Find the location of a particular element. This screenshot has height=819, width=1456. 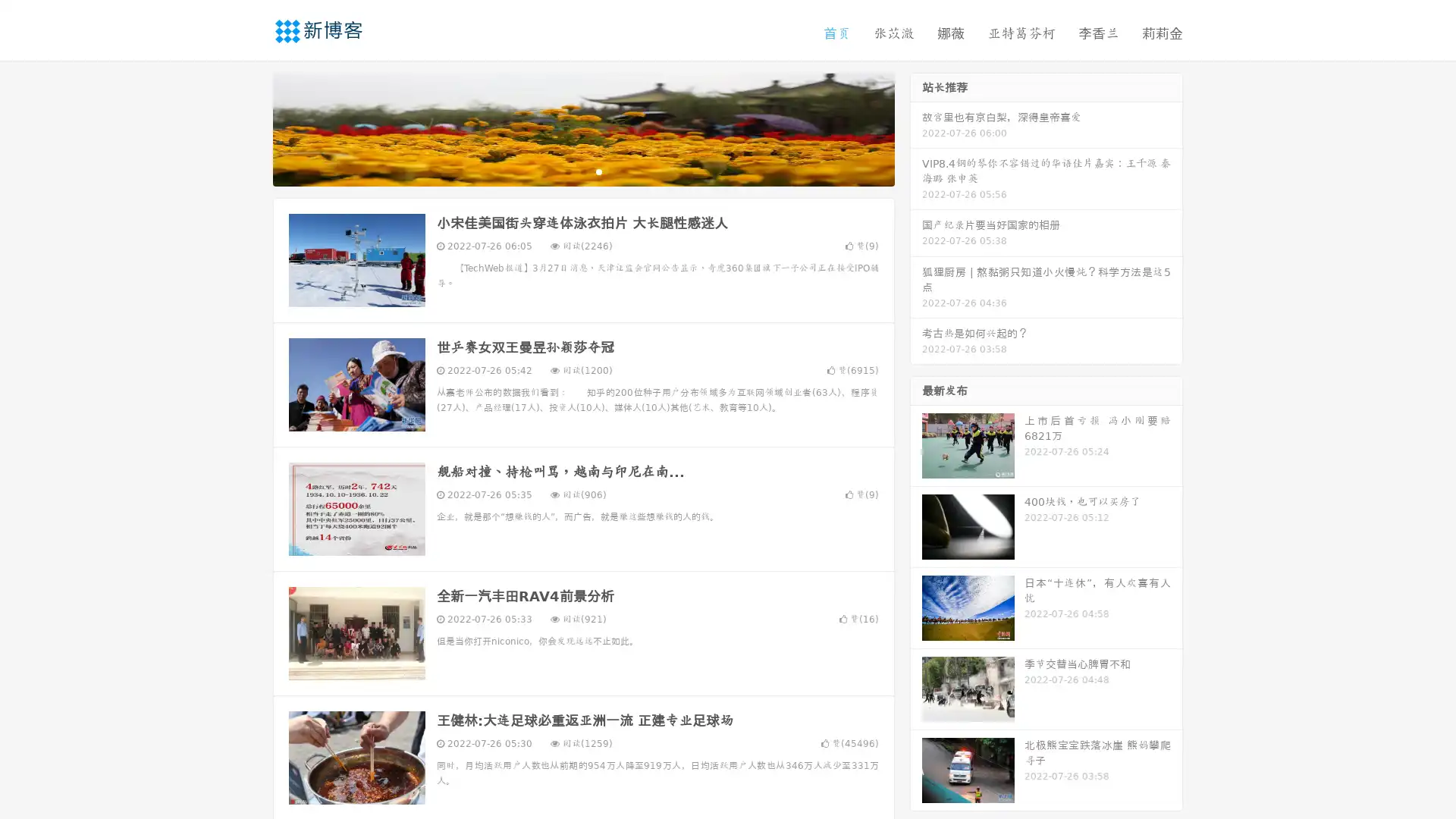

Next slide is located at coordinates (916, 127).